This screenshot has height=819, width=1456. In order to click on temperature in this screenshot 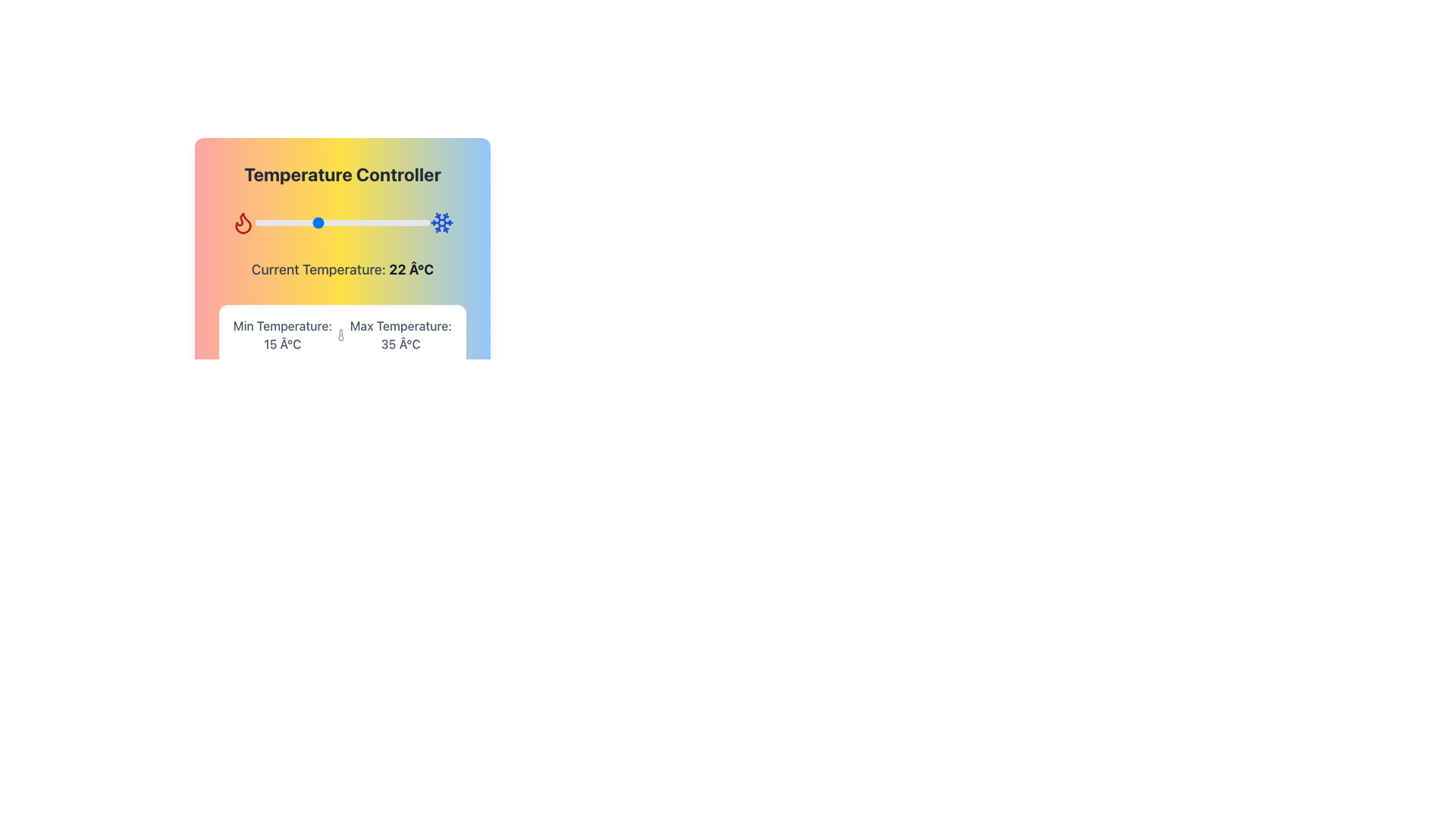, I will do `click(290, 222)`.